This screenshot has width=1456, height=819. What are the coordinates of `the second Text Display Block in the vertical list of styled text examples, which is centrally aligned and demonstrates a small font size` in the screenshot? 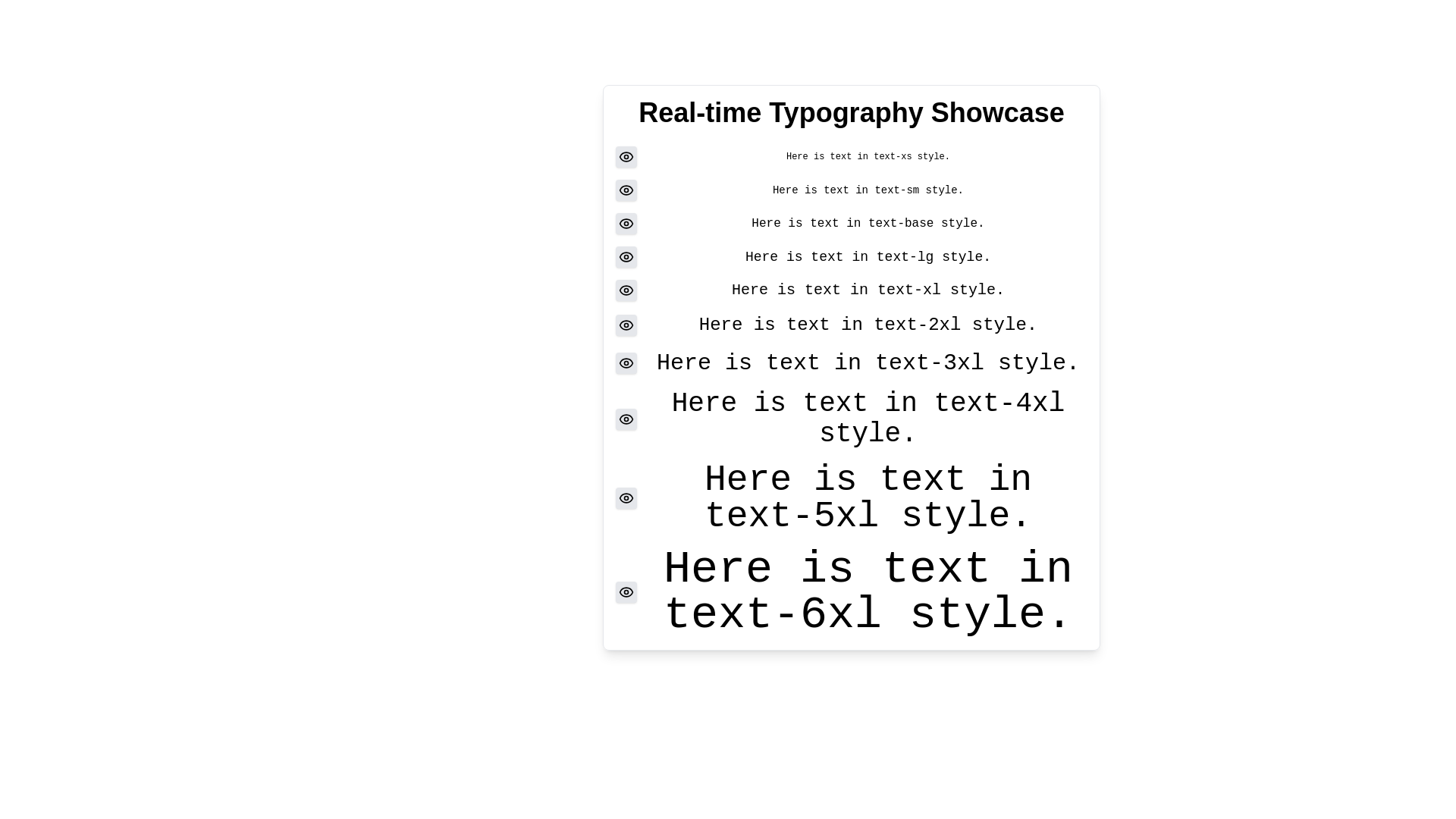 It's located at (852, 189).